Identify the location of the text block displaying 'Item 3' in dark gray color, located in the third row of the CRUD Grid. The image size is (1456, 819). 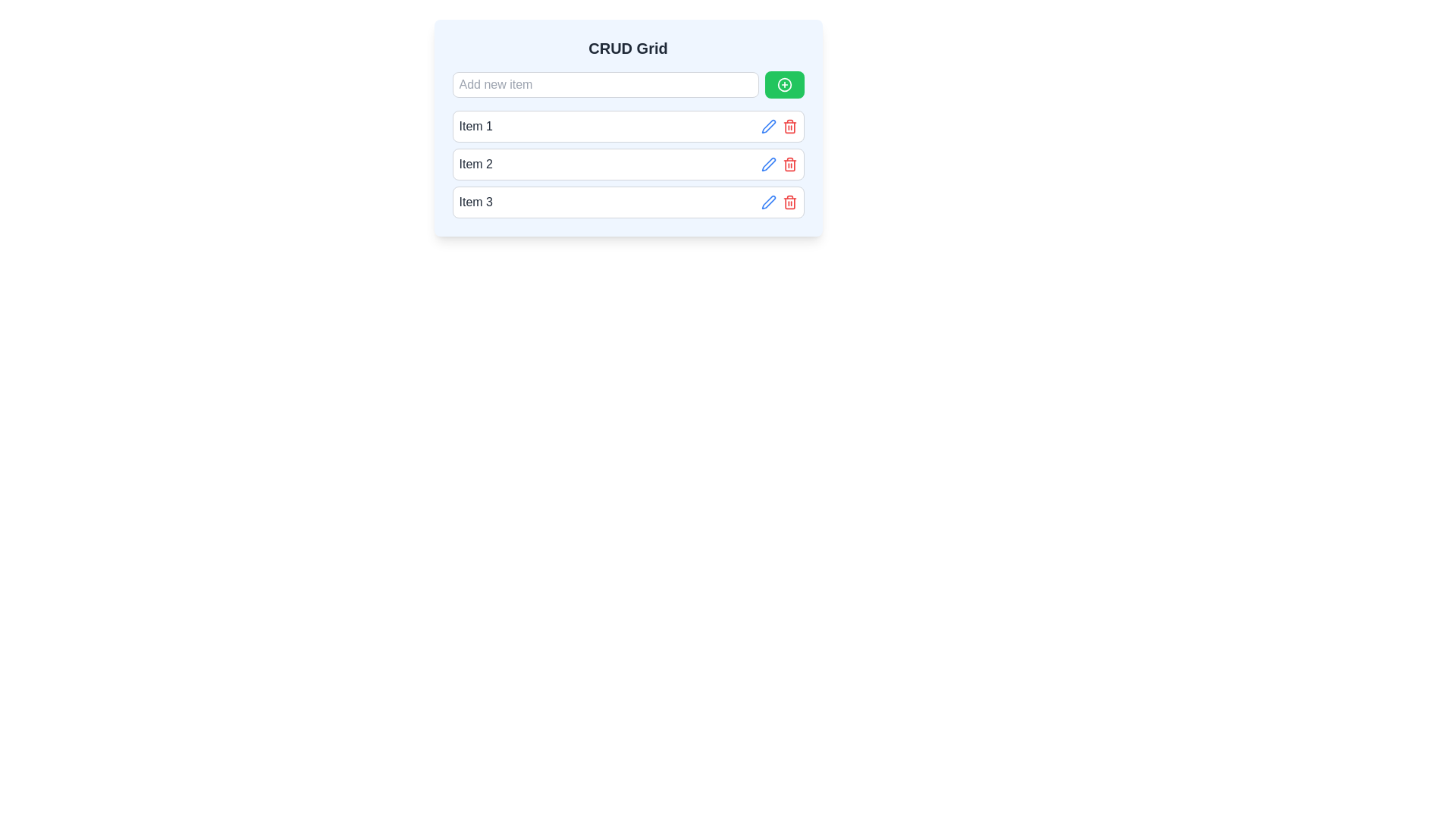
(475, 201).